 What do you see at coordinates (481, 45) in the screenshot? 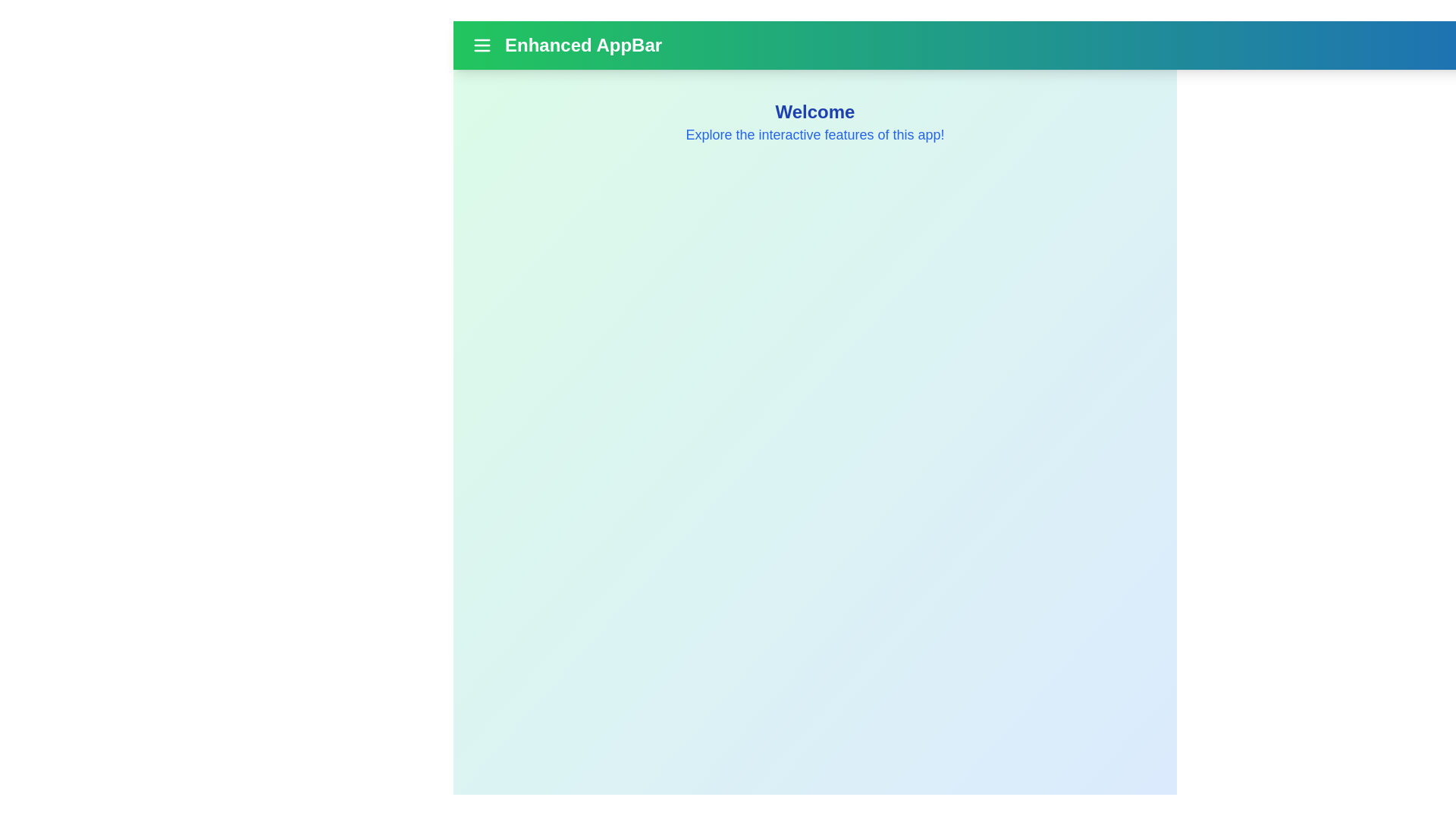
I see `the menu icon to toggle the side menu` at bounding box center [481, 45].